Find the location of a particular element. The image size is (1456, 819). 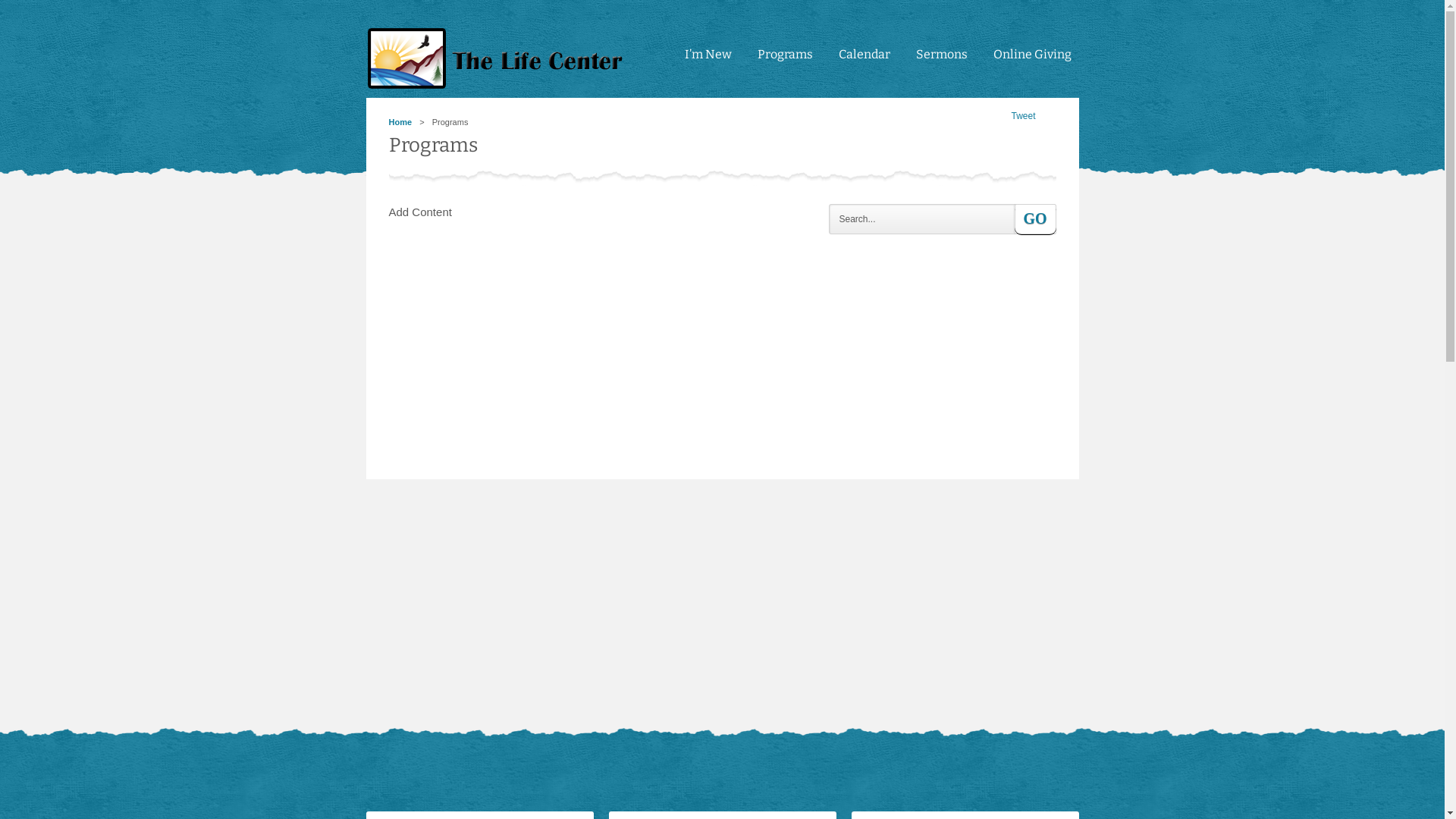

'Sermons' is located at coordinates (941, 61).